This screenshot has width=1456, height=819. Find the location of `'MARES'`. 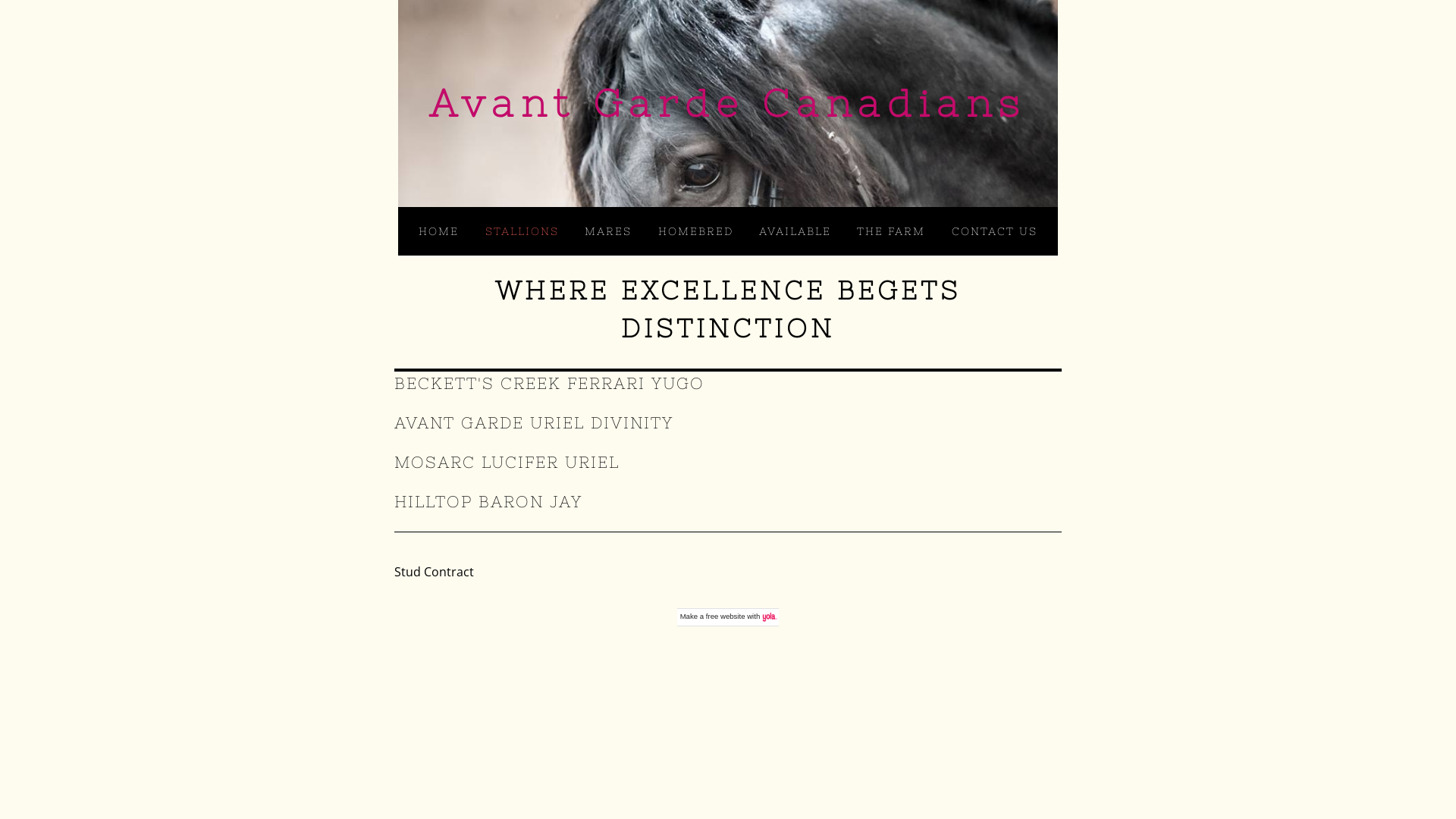

'MARES' is located at coordinates (607, 231).